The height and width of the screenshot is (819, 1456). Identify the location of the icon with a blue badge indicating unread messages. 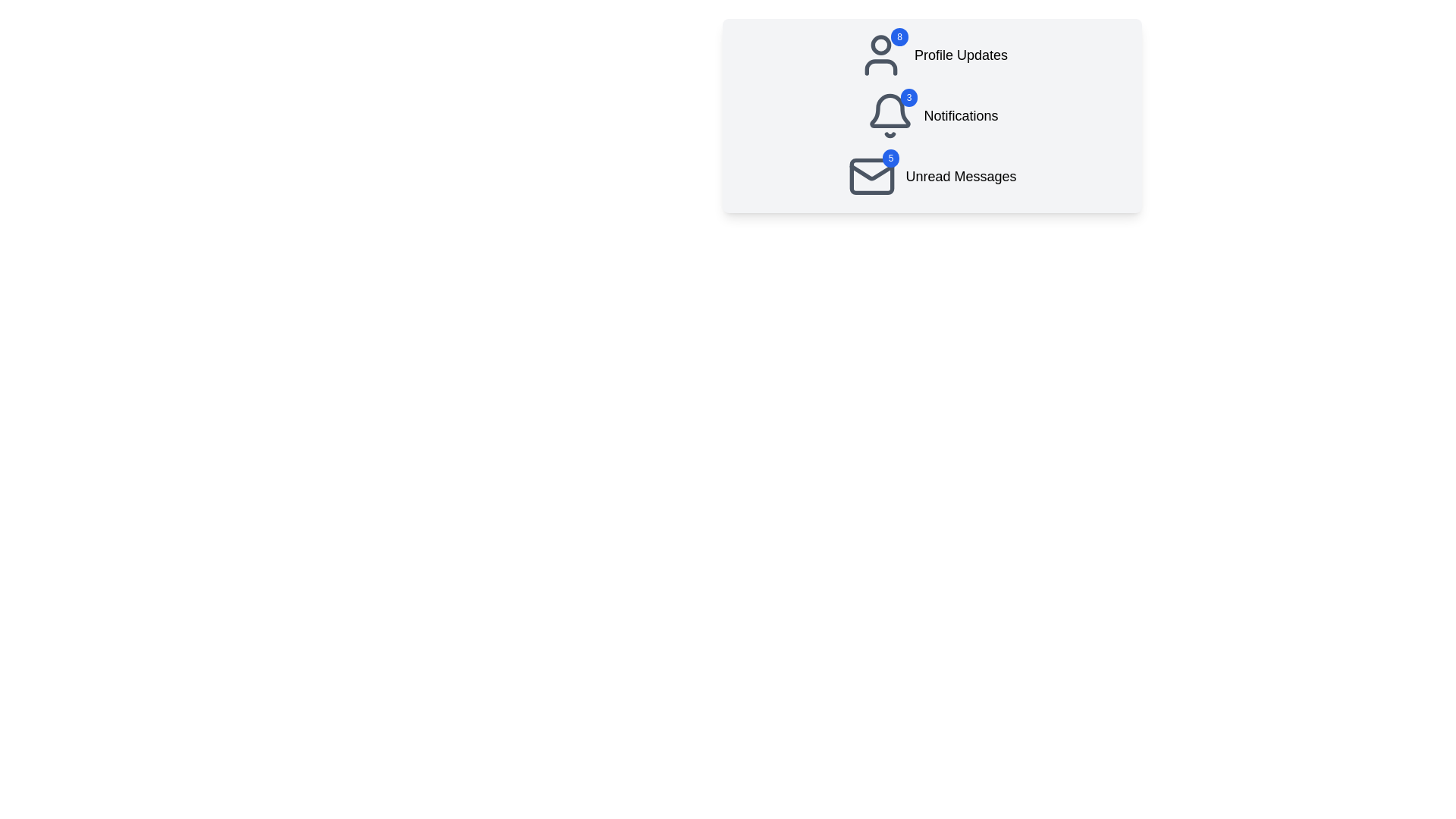
(872, 175).